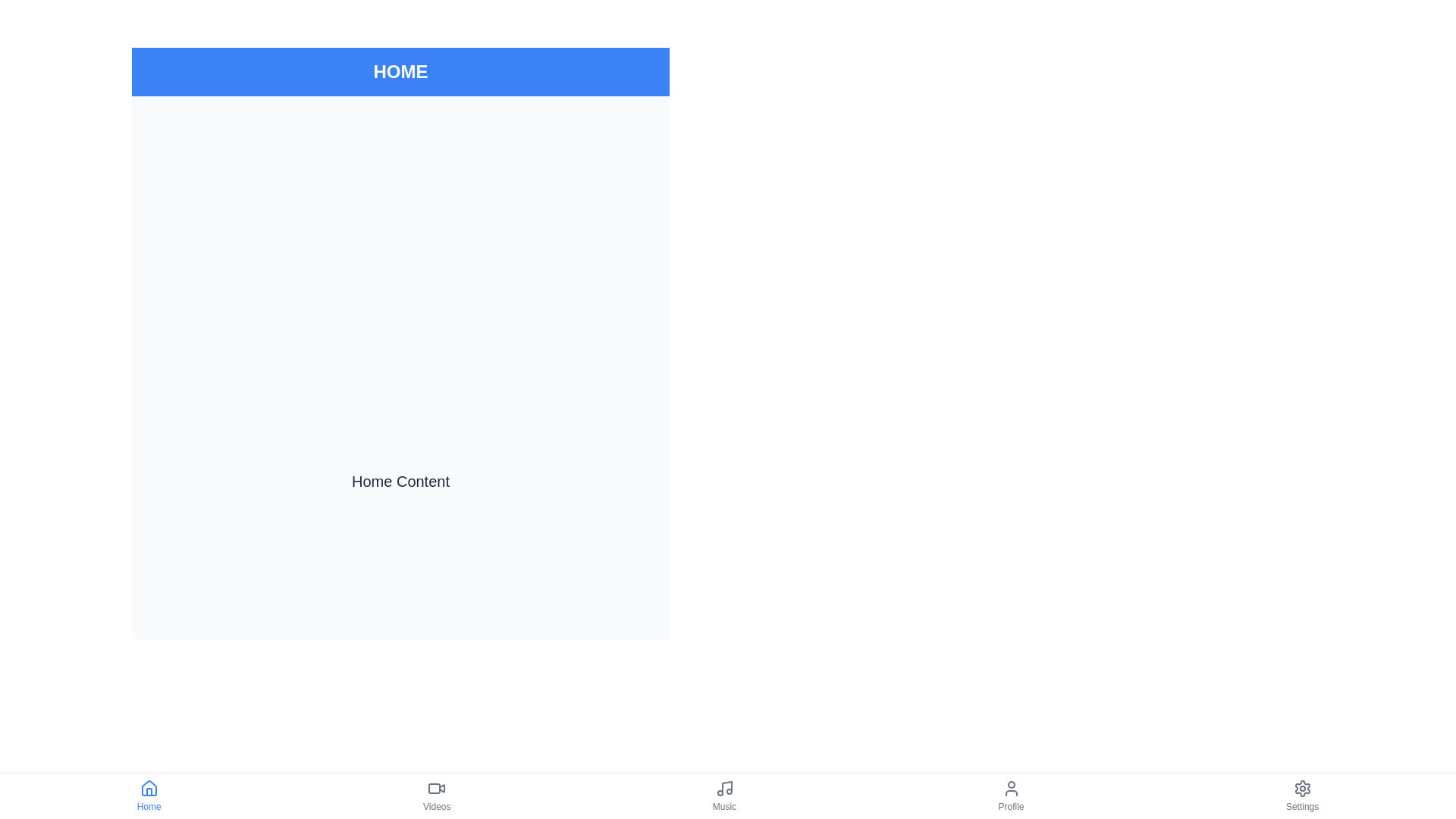 The height and width of the screenshot is (819, 1456). What do you see at coordinates (434, 788) in the screenshot?
I see `the 'Videos' tab, represented by the body part of a video camera icon, in the bottom navigation bar` at bounding box center [434, 788].